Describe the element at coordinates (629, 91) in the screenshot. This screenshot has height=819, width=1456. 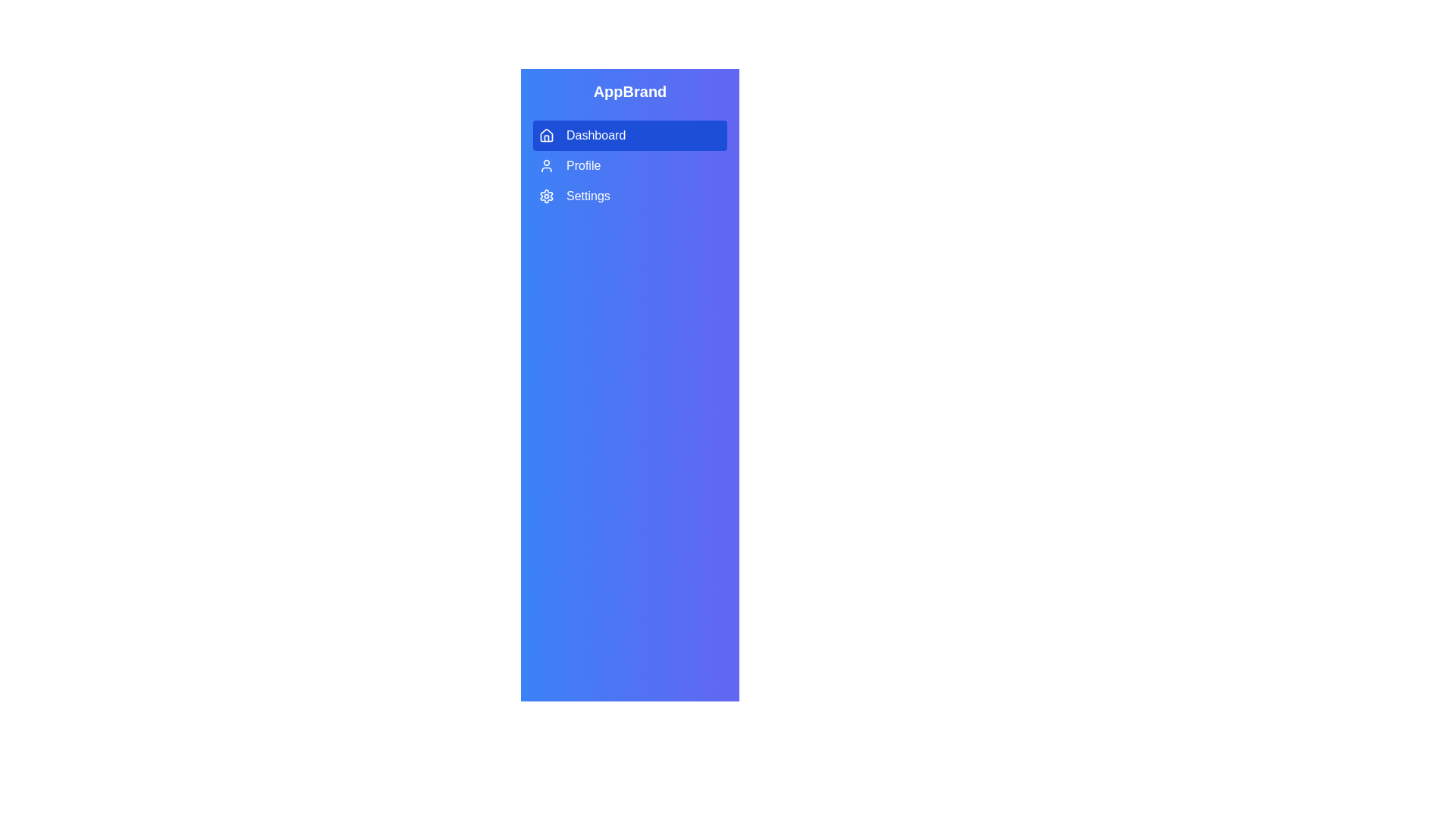
I see `the 'AppBrand' text label, which is styled in extra-large bold white font at the top of the sidebar with a blue to purple gradient background` at that location.